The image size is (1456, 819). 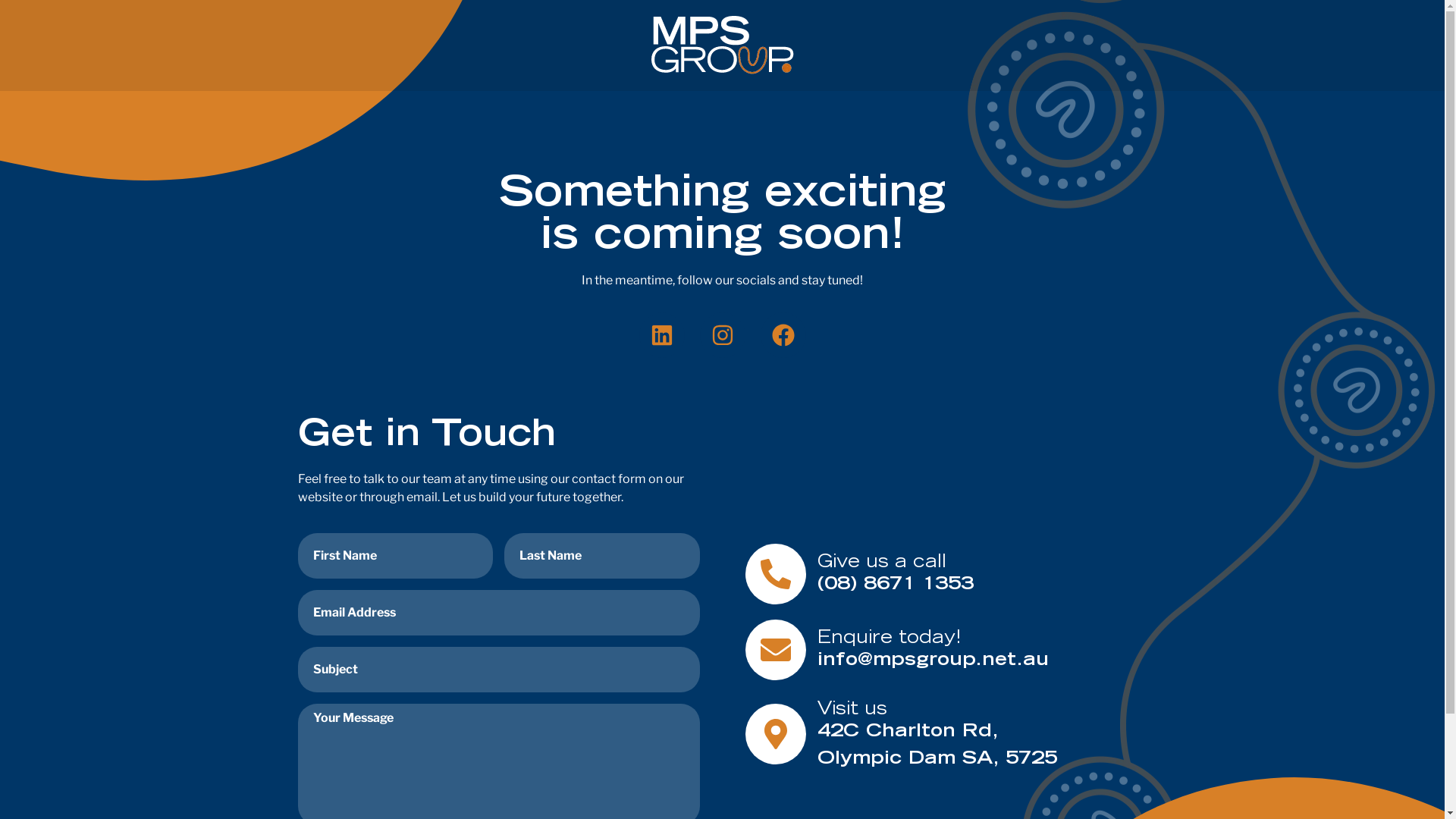 What do you see at coordinates (881, 563) in the screenshot?
I see `'Give us a call'` at bounding box center [881, 563].